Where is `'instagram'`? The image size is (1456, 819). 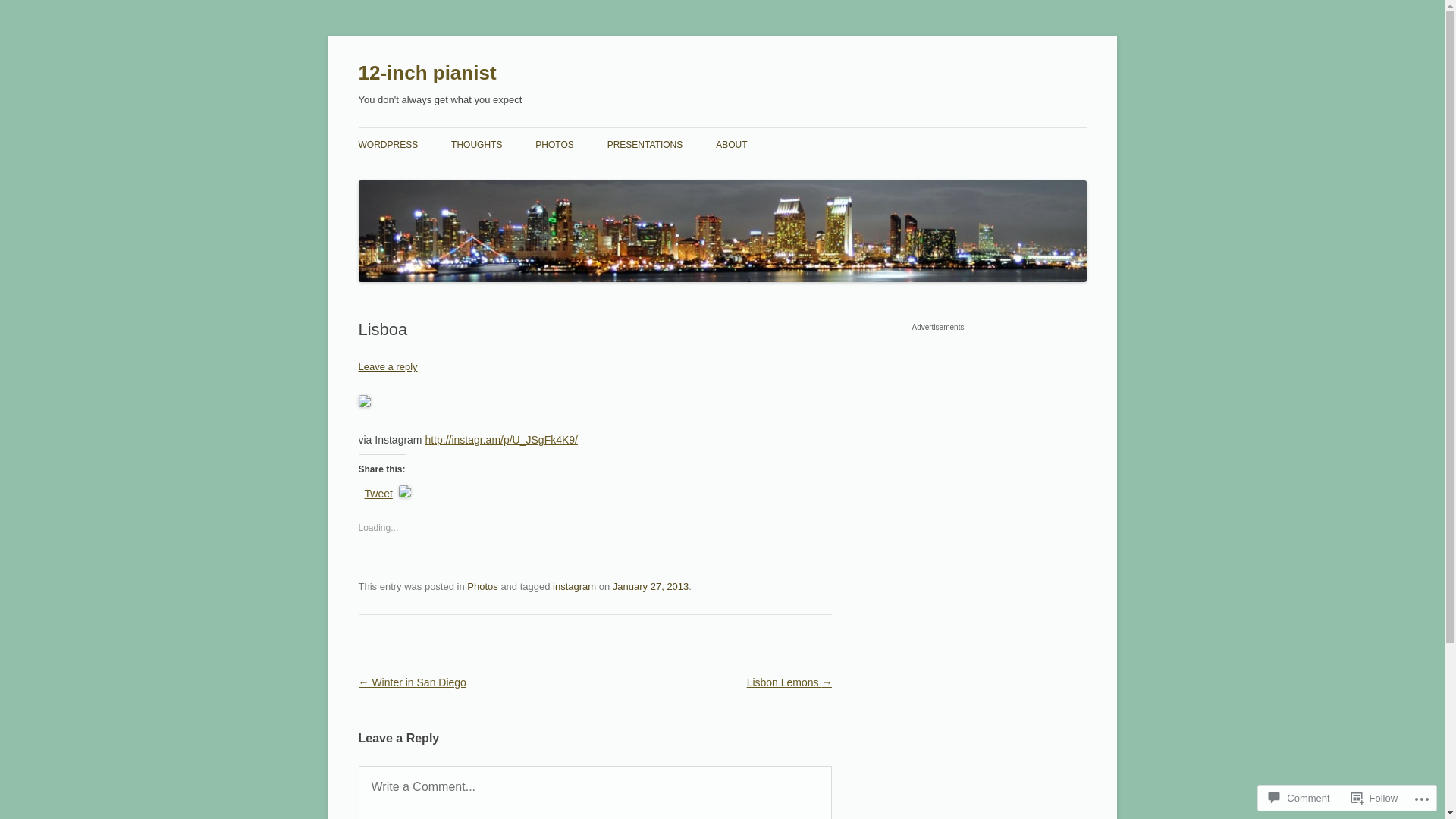
'instagram' is located at coordinates (573, 585).